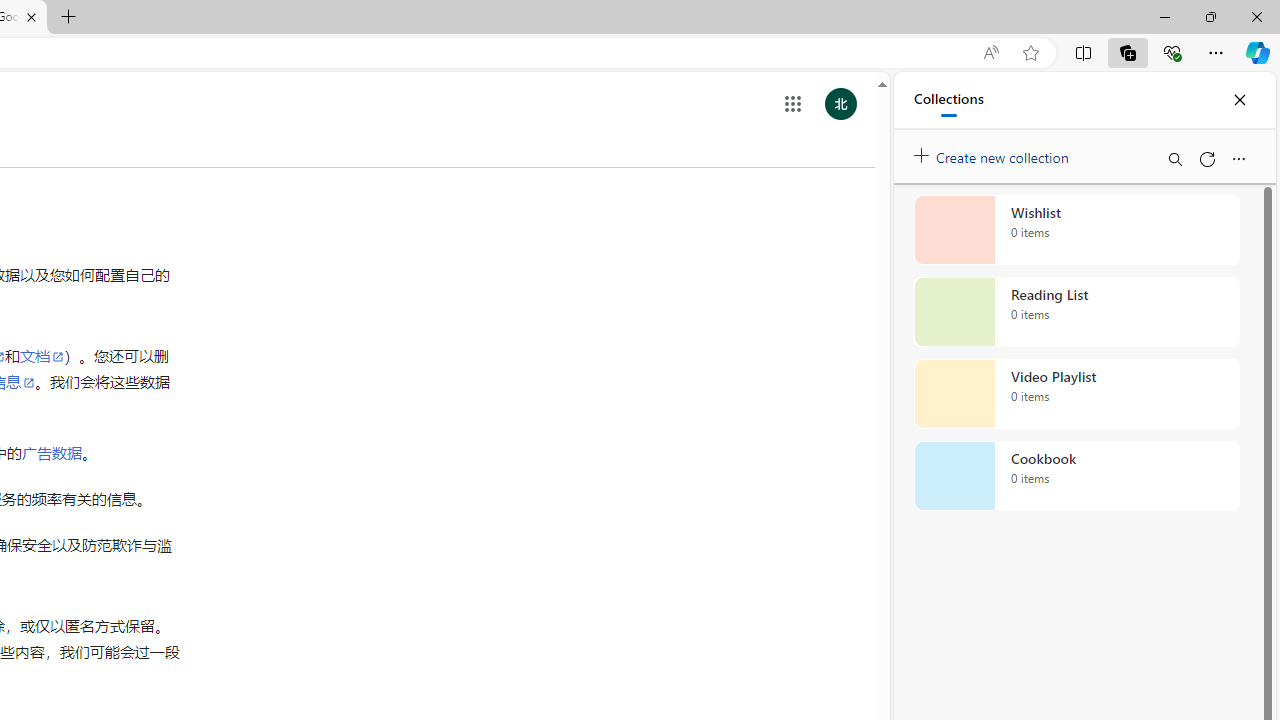 This screenshot has height=720, width=1280. I want to click on 'More options menu', so click(1237, 158).